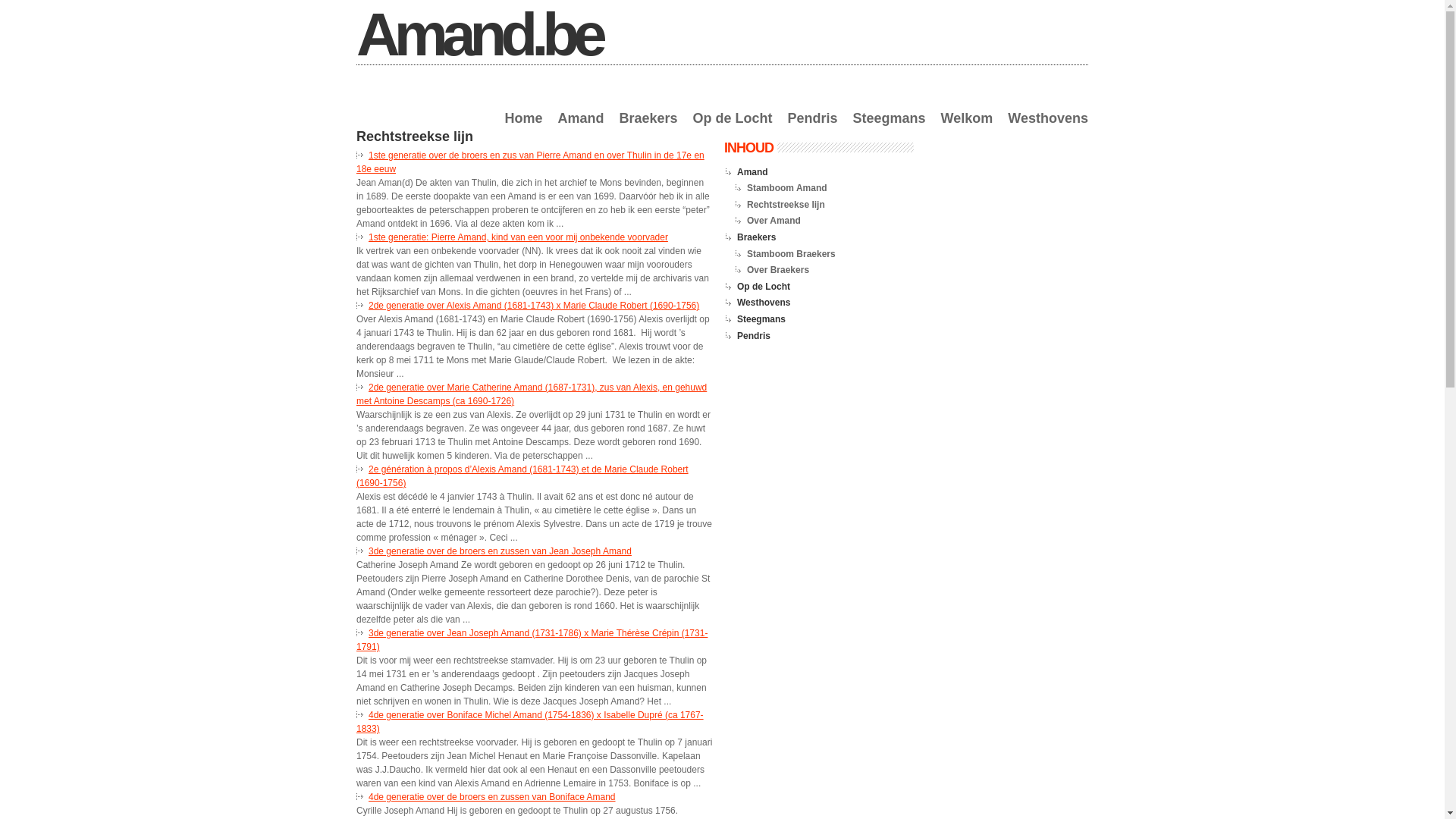 The image size is (1456, 819). I want to click on 'Stamboom Amand', so click(786, 187).